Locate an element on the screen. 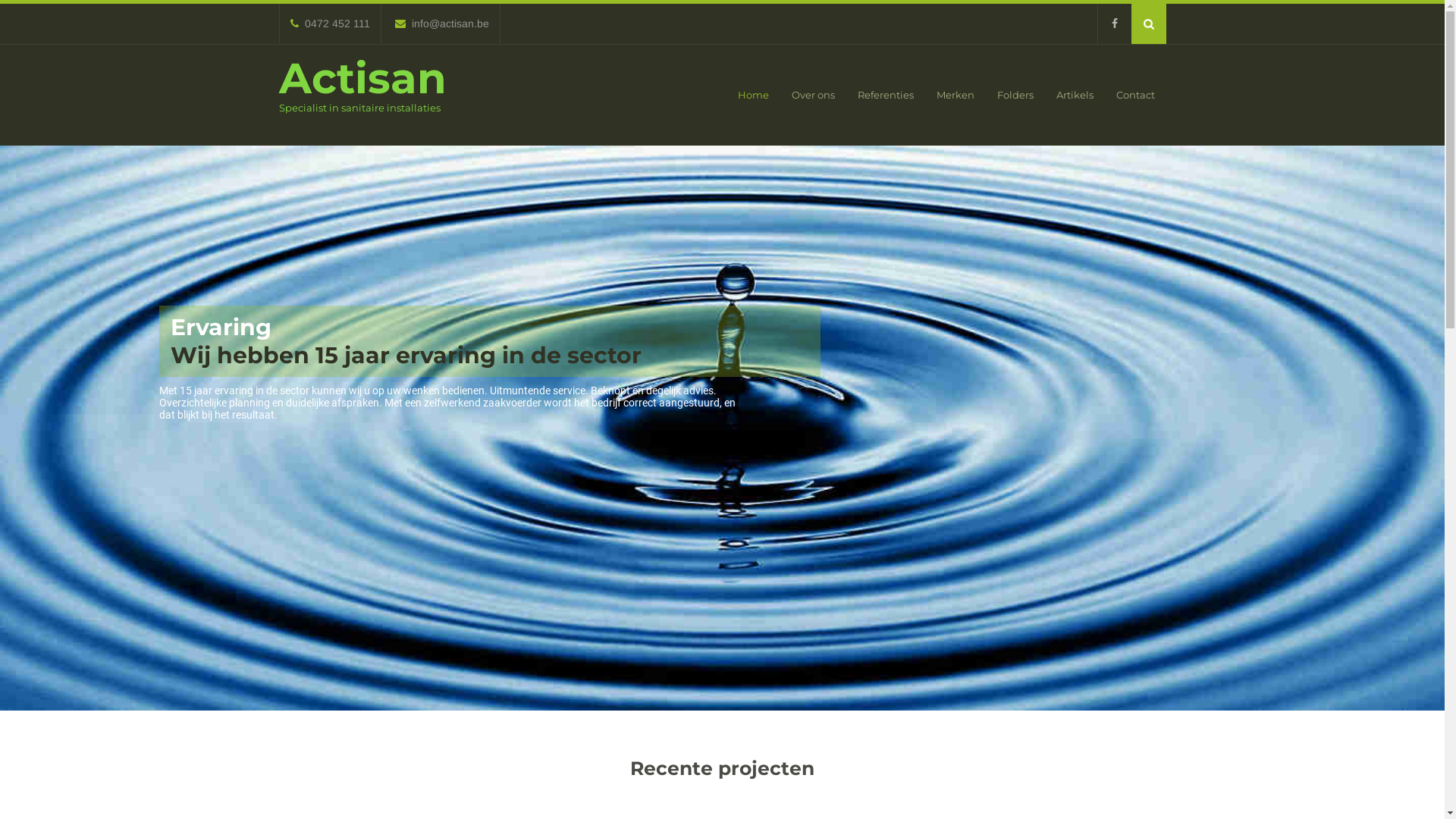 The width and height of the screenshot is (1456, 819). 'Folders' is located at coordinates (1015, 95).